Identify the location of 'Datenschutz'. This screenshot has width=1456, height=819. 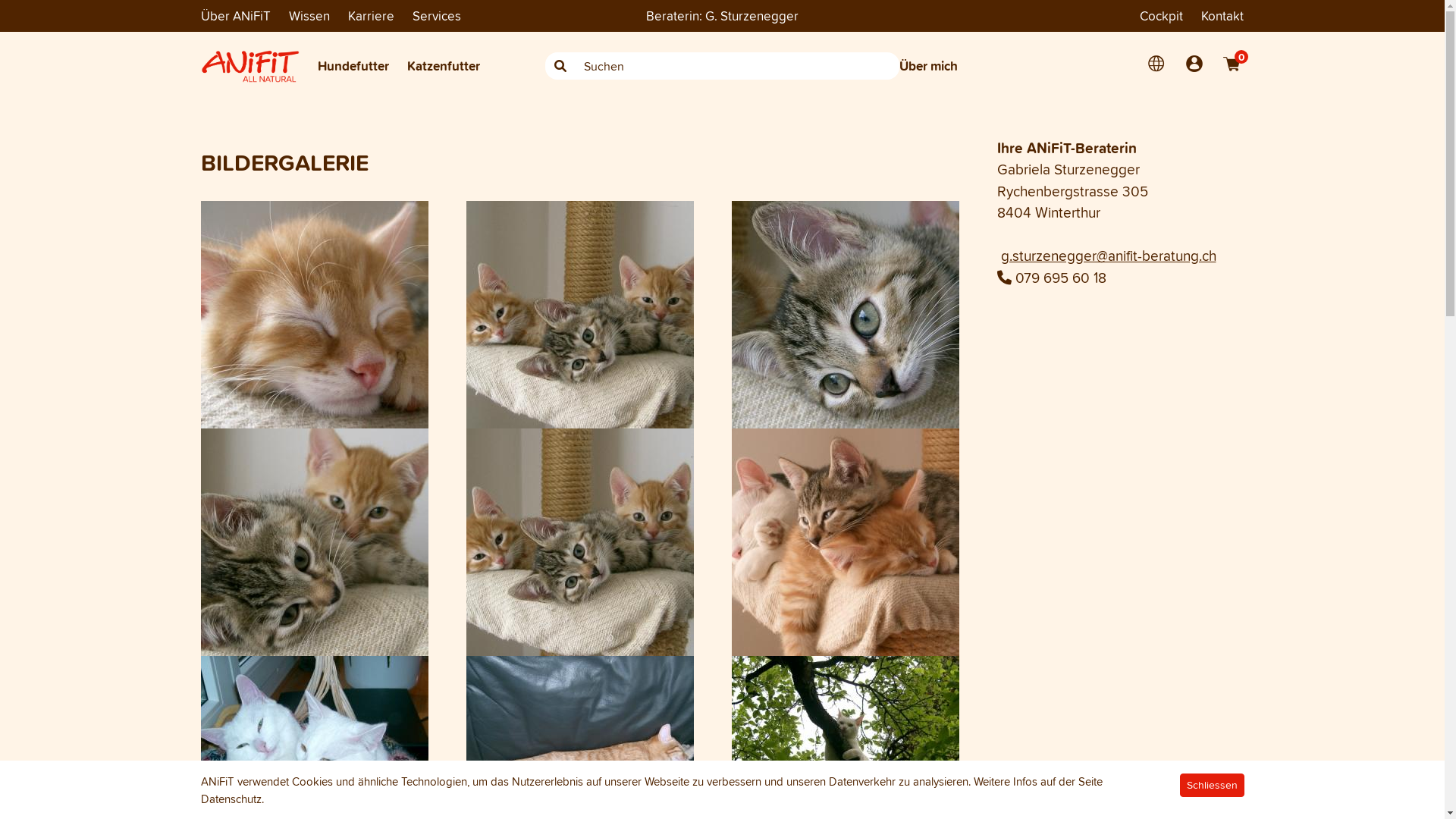
(229, 798).